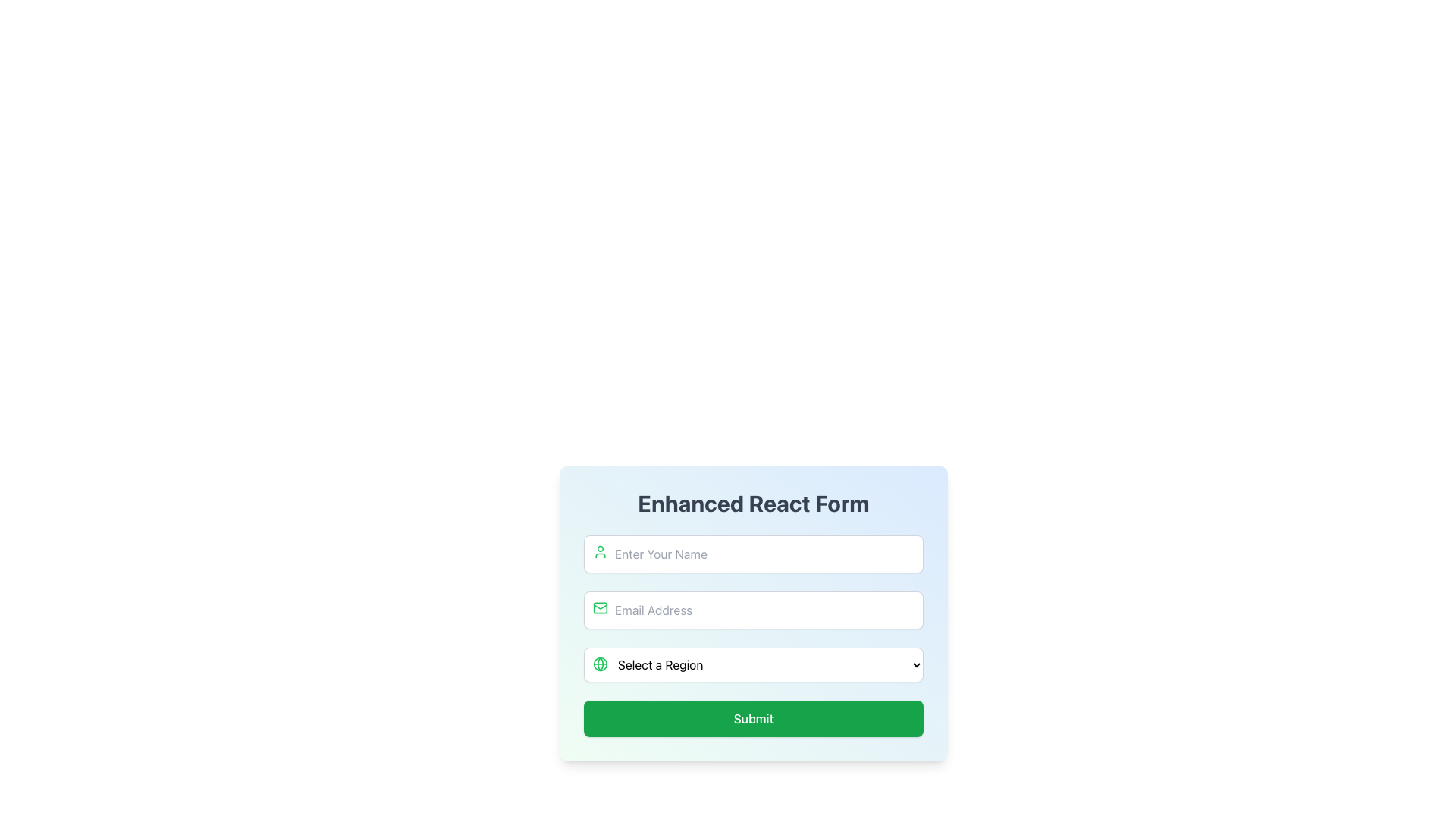  Describe the element at coordinates (753, 664) in the screenshot. I see `the dropdown menu that allows users to select a region from a list of options, positioned above the green 'Submit' button` at that location.